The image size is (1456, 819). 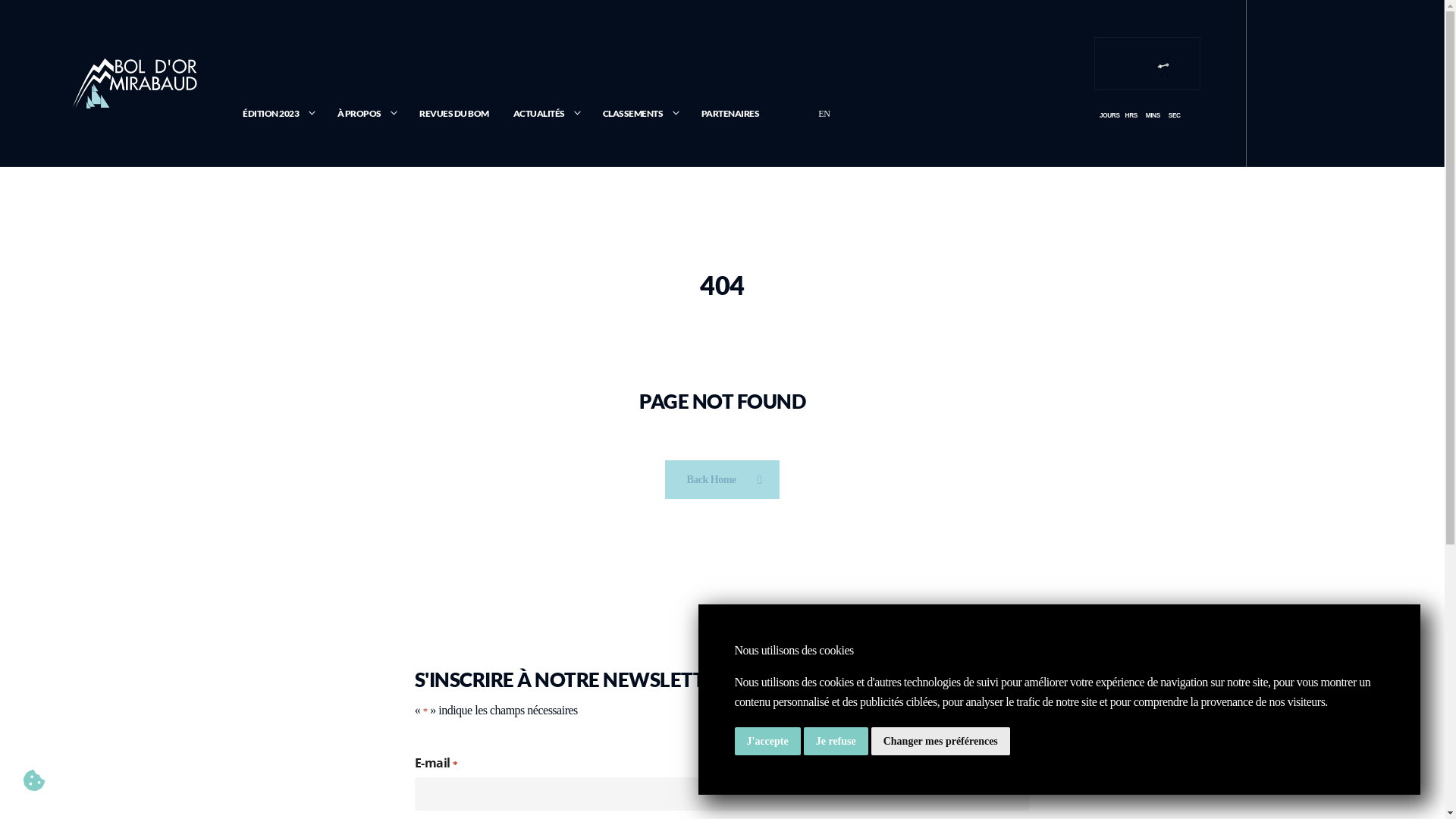 I want to click on 'Je refuse', so click(x=803, y=740).